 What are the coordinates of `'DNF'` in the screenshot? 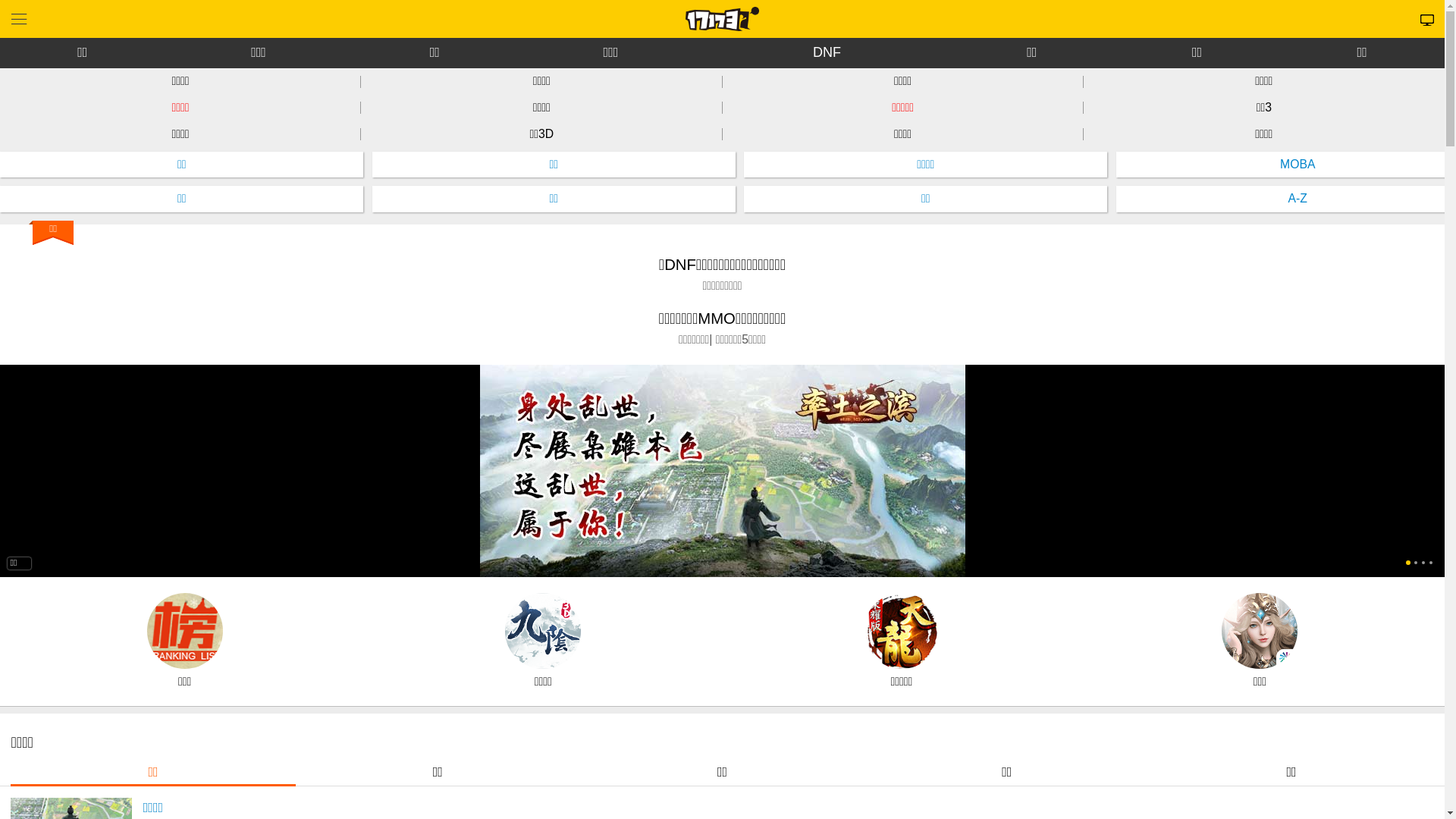 It's located at (826, 52).